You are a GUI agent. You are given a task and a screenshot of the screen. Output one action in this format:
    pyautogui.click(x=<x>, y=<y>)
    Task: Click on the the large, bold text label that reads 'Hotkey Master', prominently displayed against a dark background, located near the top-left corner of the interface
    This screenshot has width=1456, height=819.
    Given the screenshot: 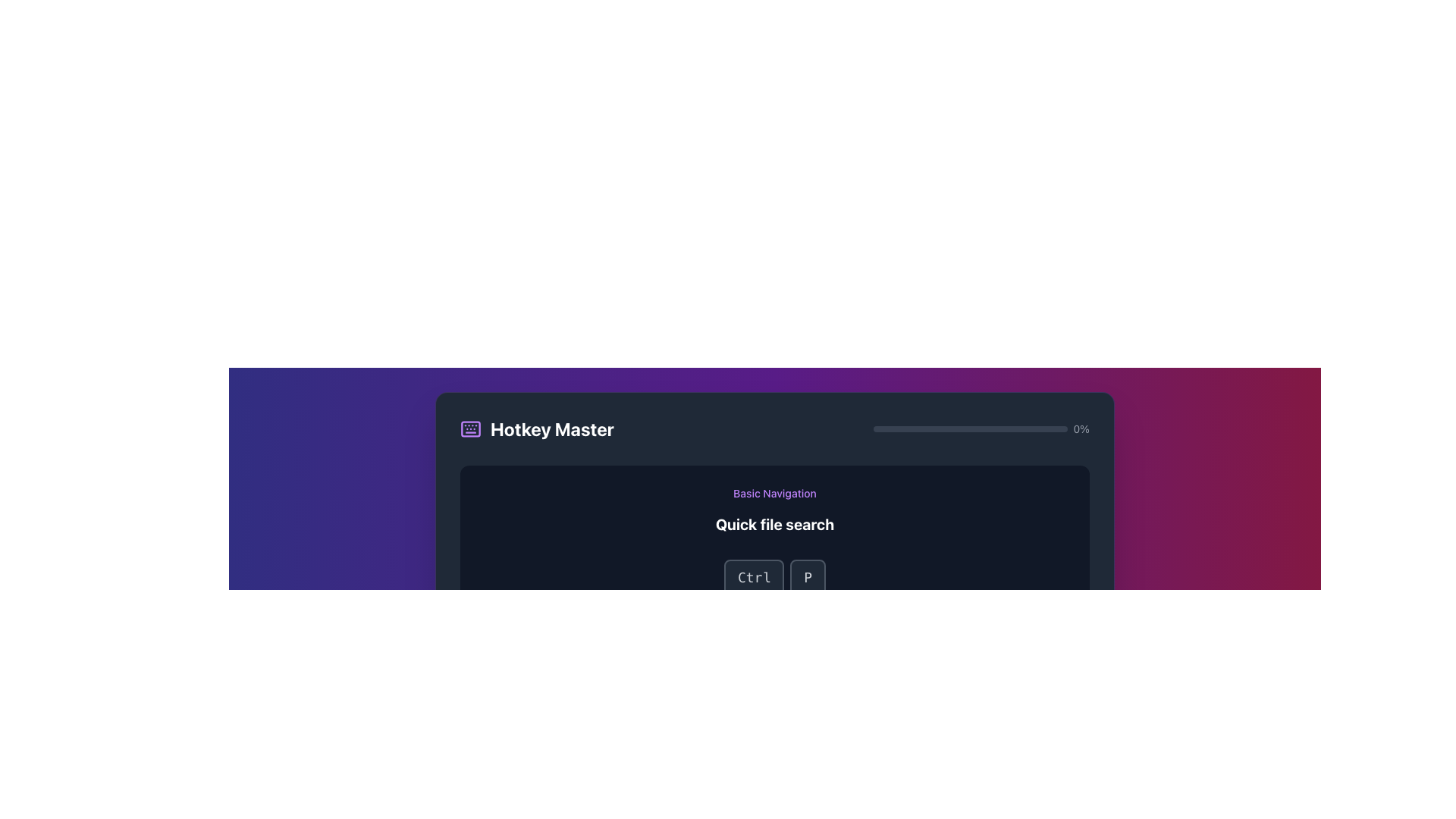 What is the action you would take?
    pyautogui.click(x=551, y=429)
    